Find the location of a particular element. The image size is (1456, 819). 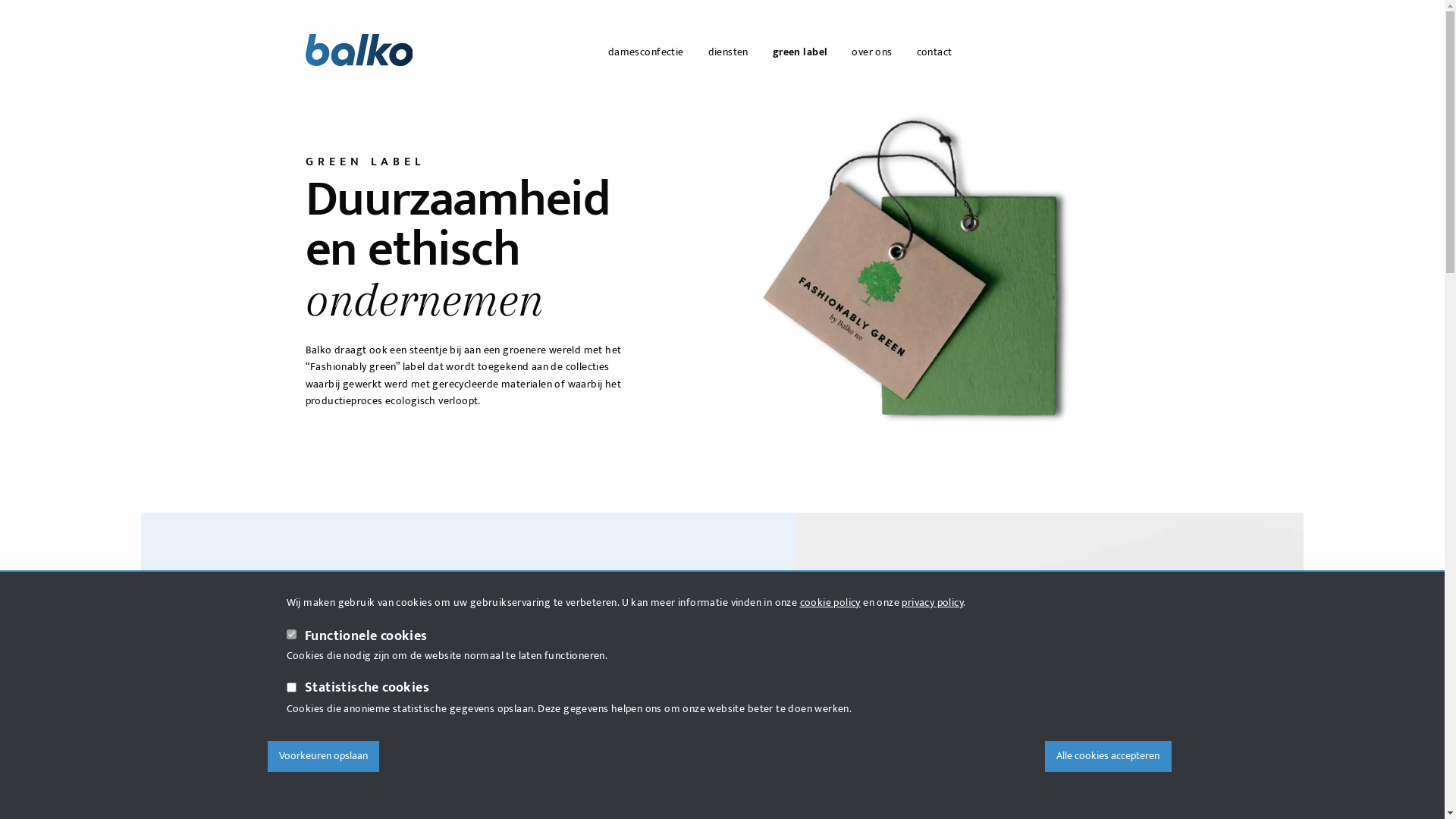

'green label' is located at coordinates (799, 52).